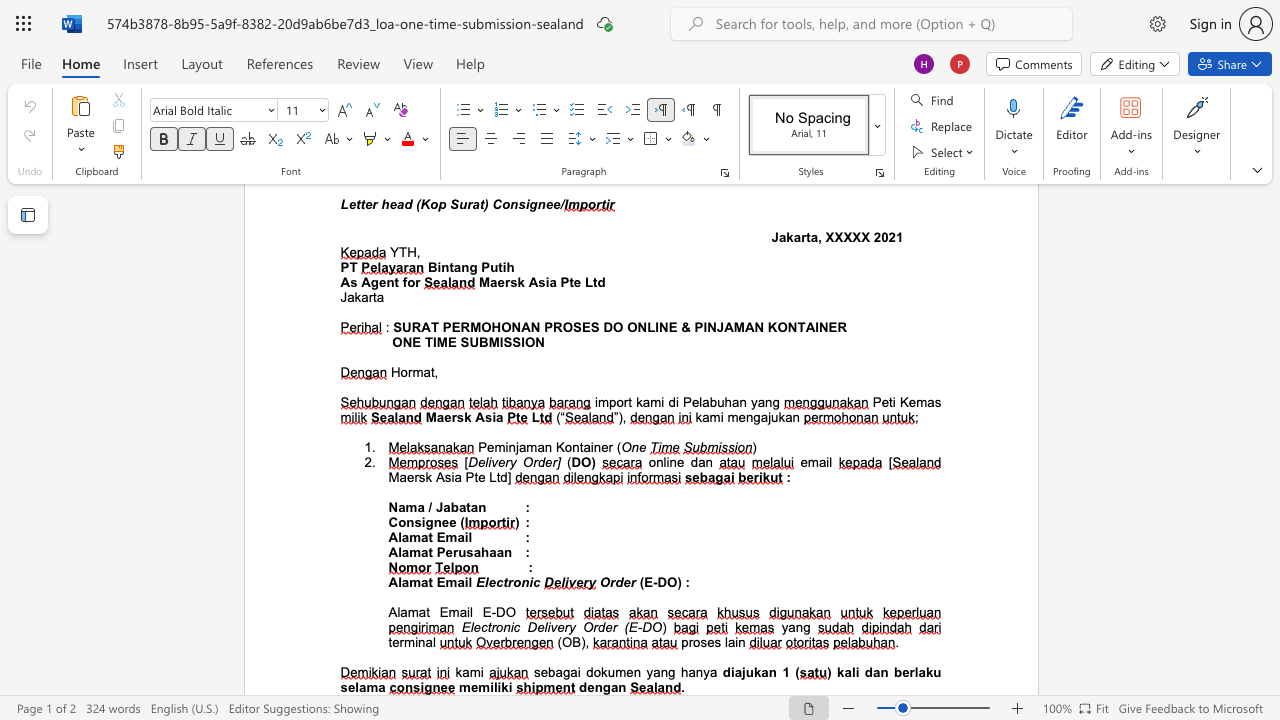  I want to click on the subset text "iki" within the text "memiliki", so click(497, 686).